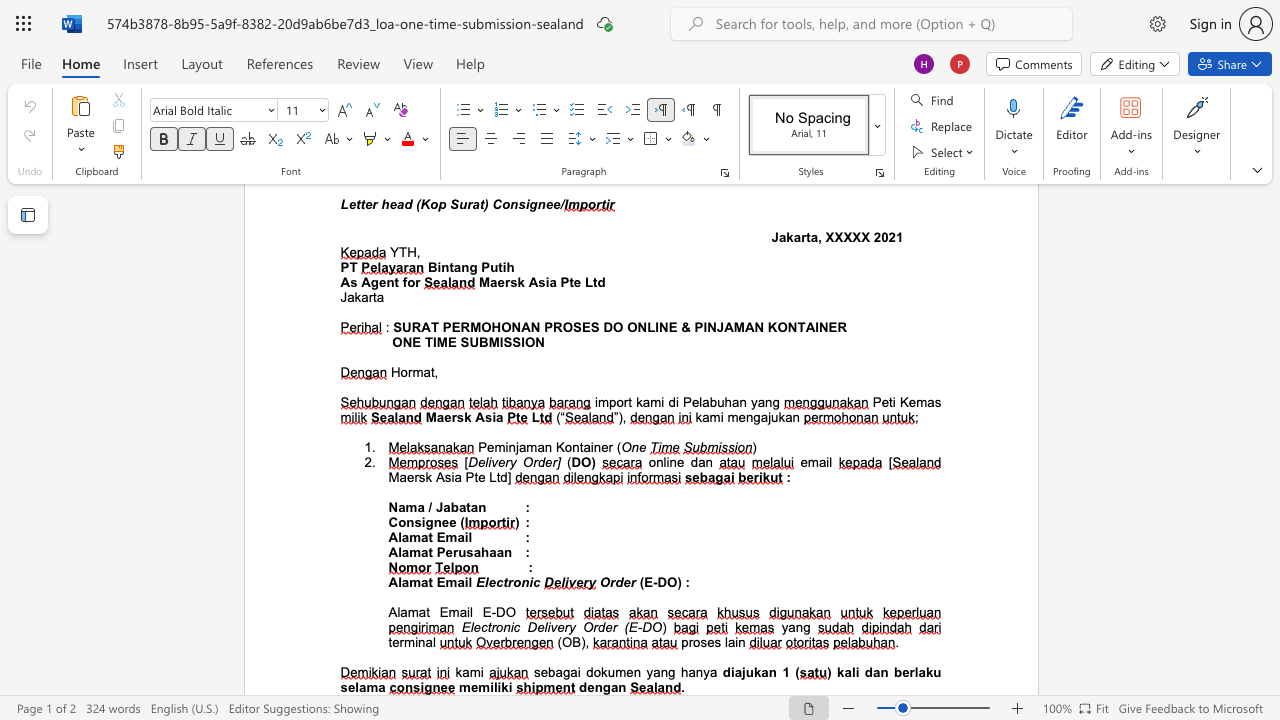  I want to click on the subset text "iki" within the text "memiliki", so click(497, 686).